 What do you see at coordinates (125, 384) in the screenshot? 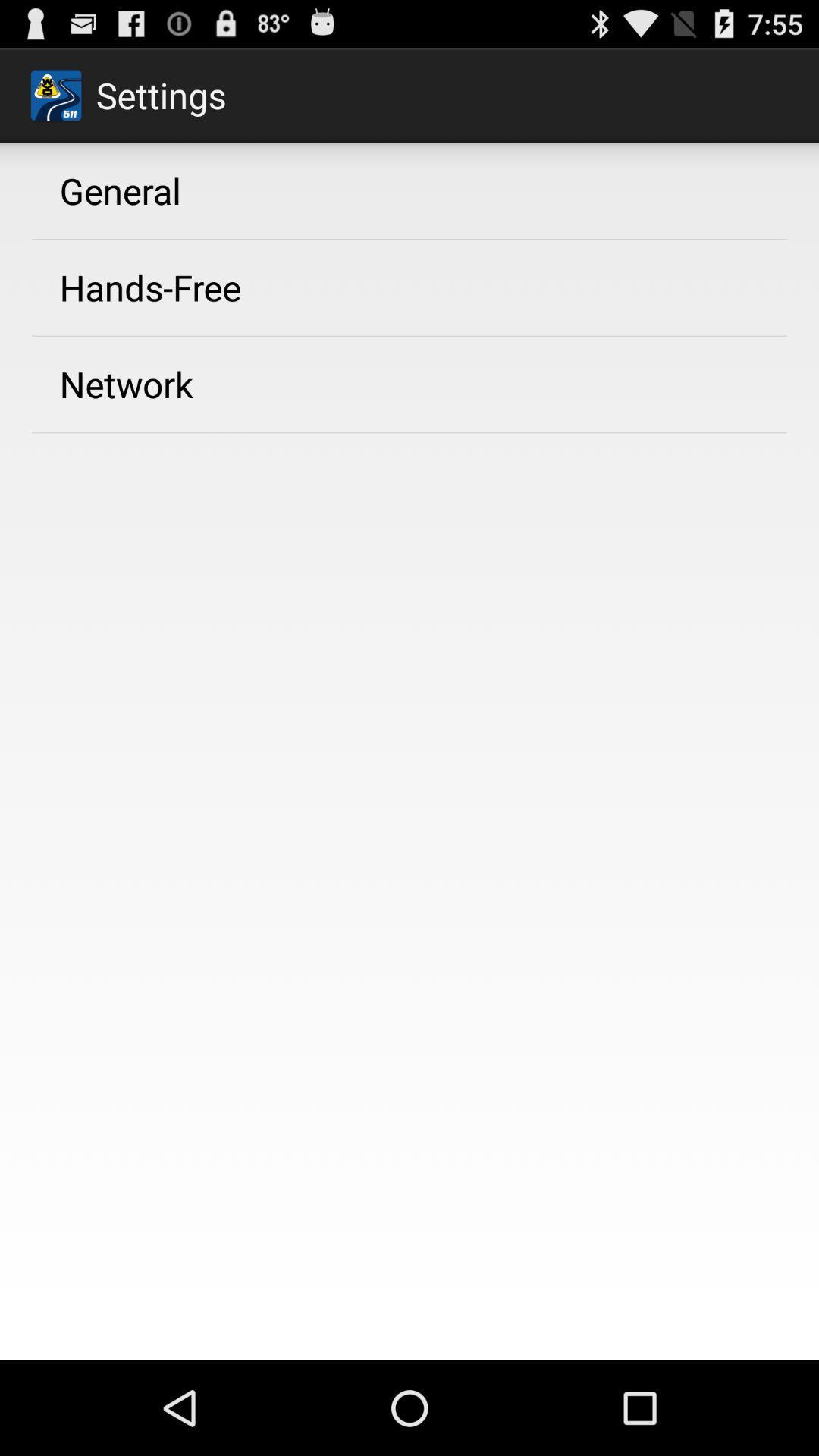
I see `item below hands-free app` at bounding box center [125, 384].